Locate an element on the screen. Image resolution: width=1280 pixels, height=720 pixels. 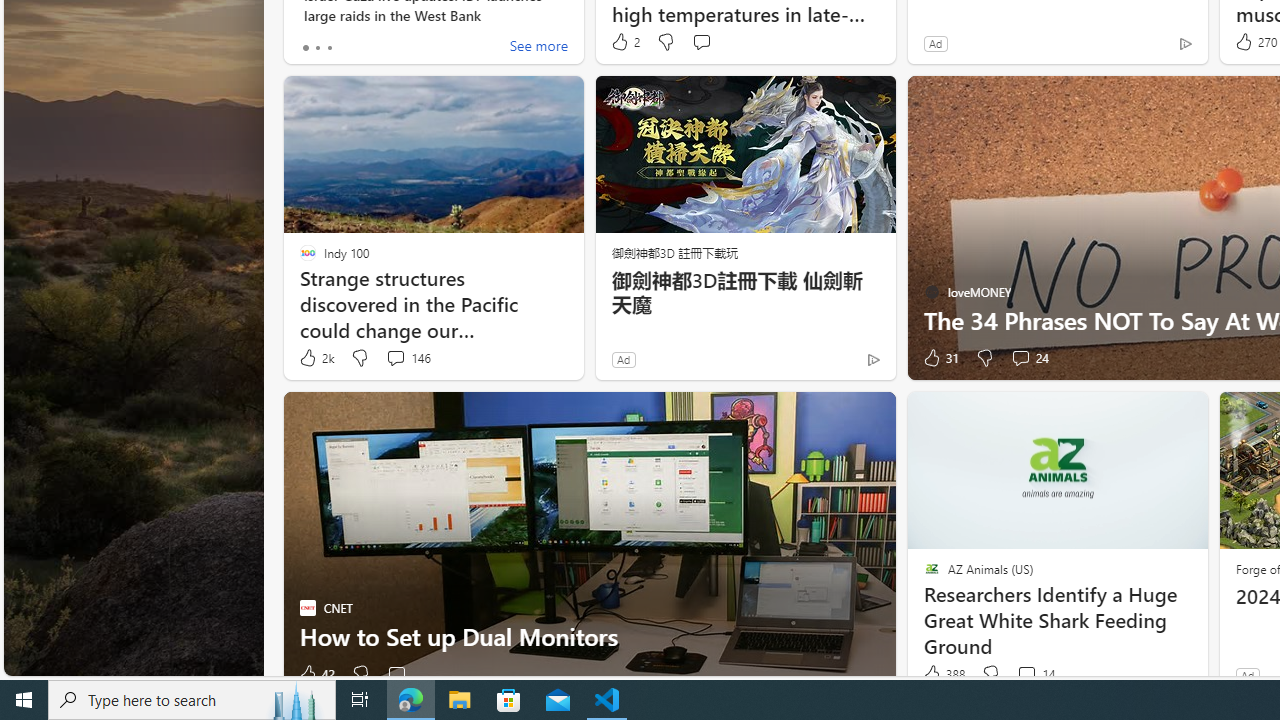
'tab-1' is located at coordinates (316, 46).